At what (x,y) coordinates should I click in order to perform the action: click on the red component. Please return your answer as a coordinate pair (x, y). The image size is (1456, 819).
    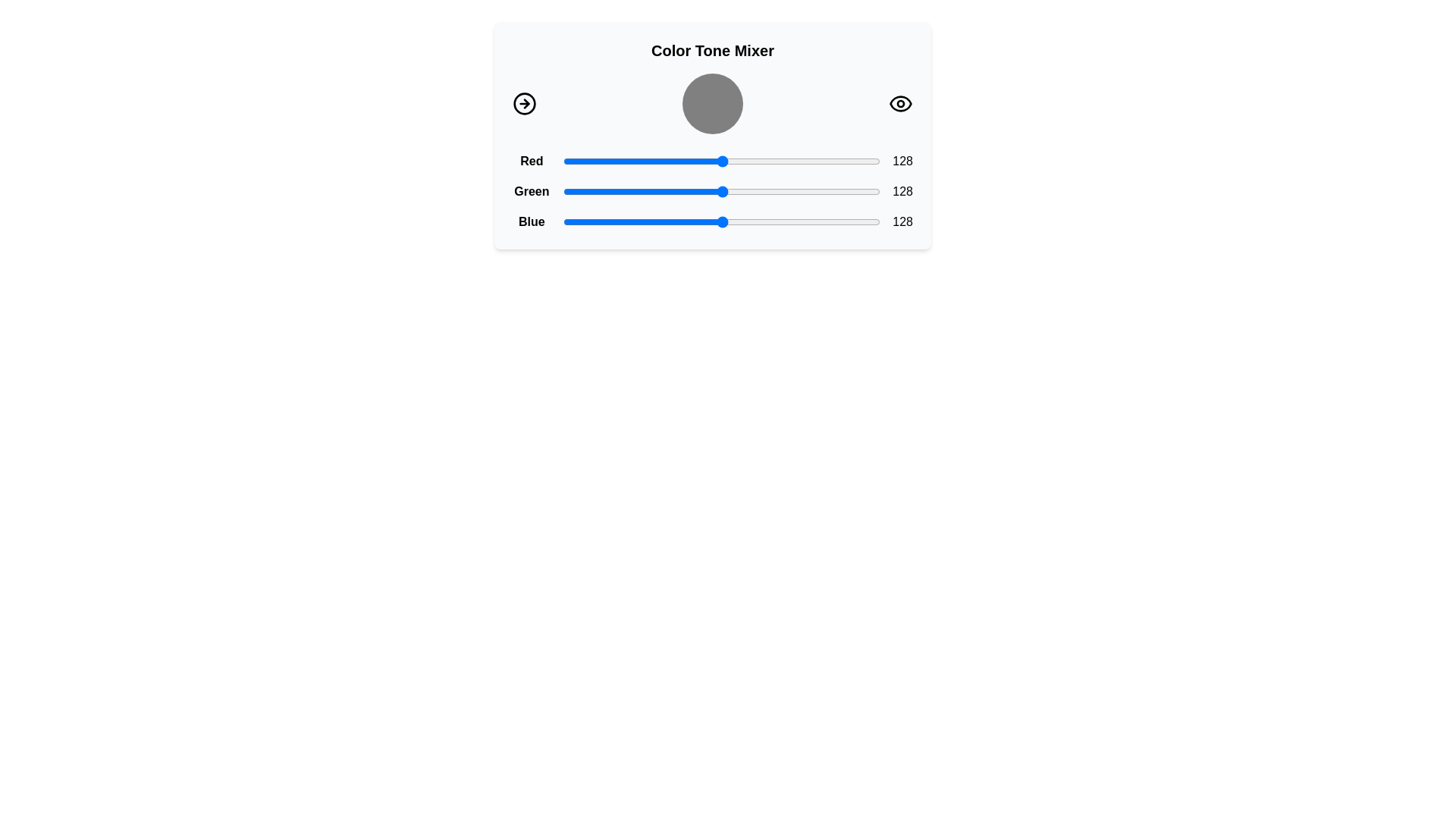
    Looking at the image, I should click on (655, 161).